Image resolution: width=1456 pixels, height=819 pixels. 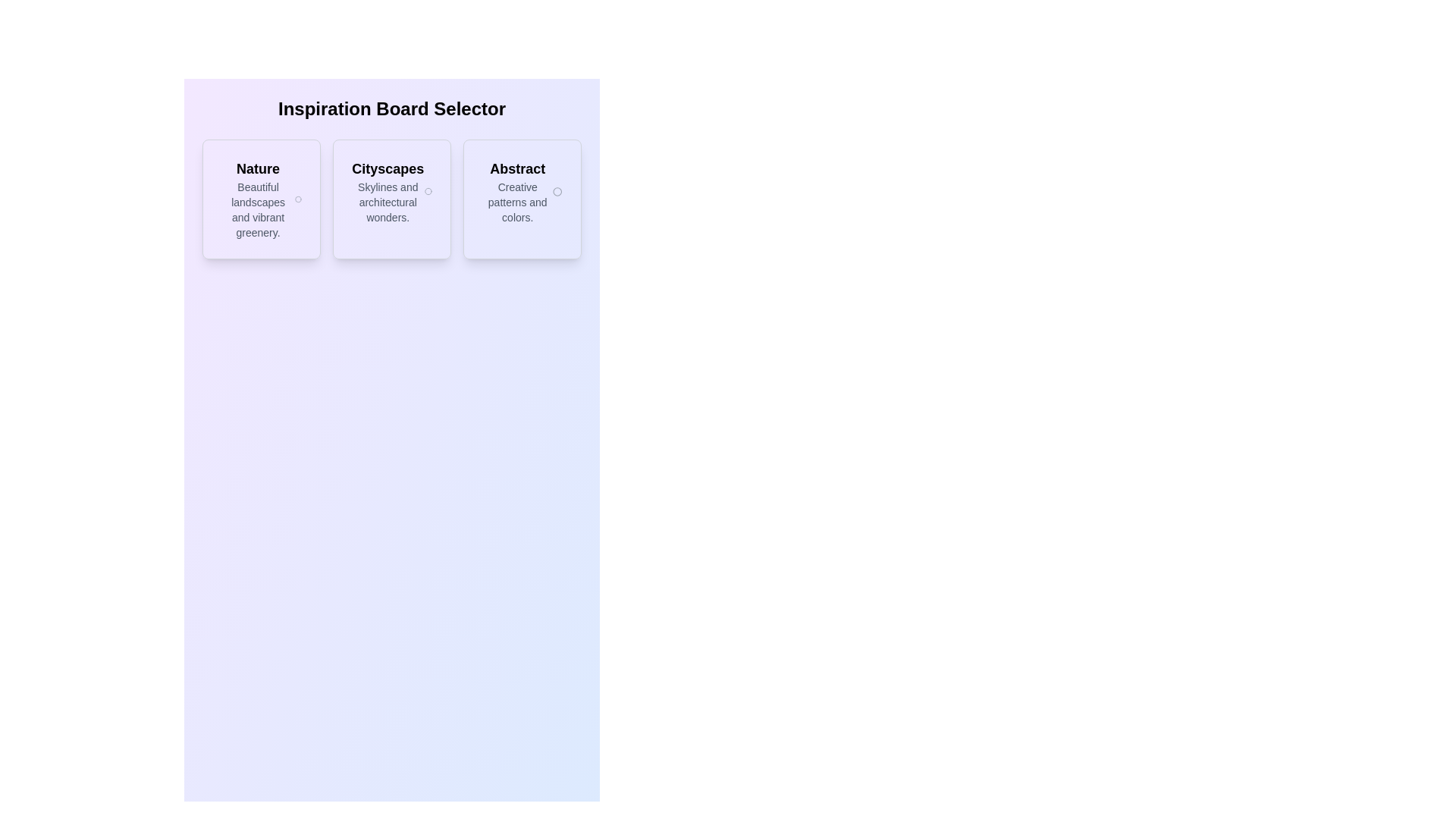 What do you see at coordinates (557, 191) in the screenshot?
I see `the circular icon positioned at the far right of the 'Abstract' section, serving as a visual separator within the card layout` at bounding box center [557, 191].